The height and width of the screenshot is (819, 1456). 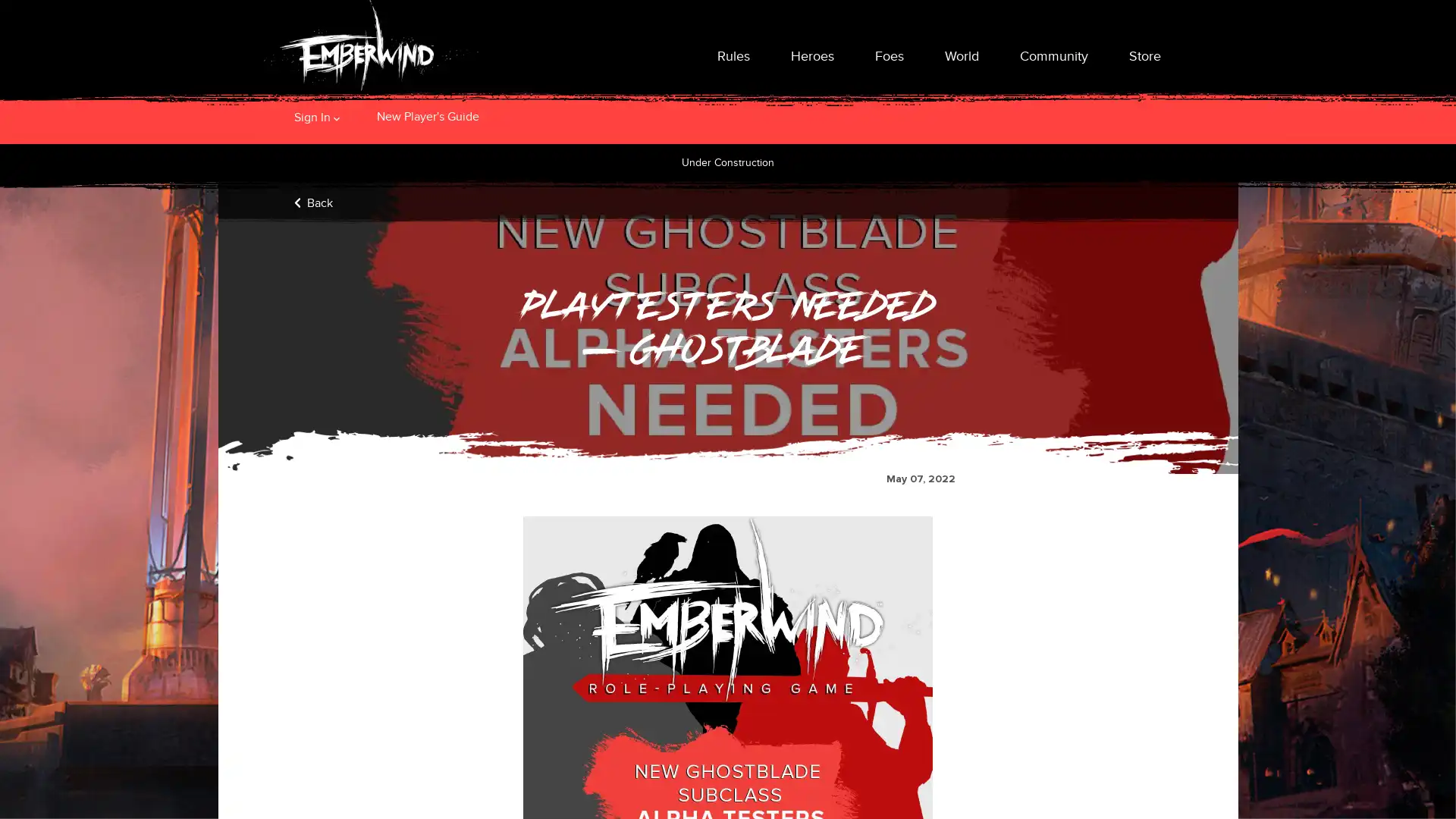 I want to click on Sign In, so click(x=311, y=116).